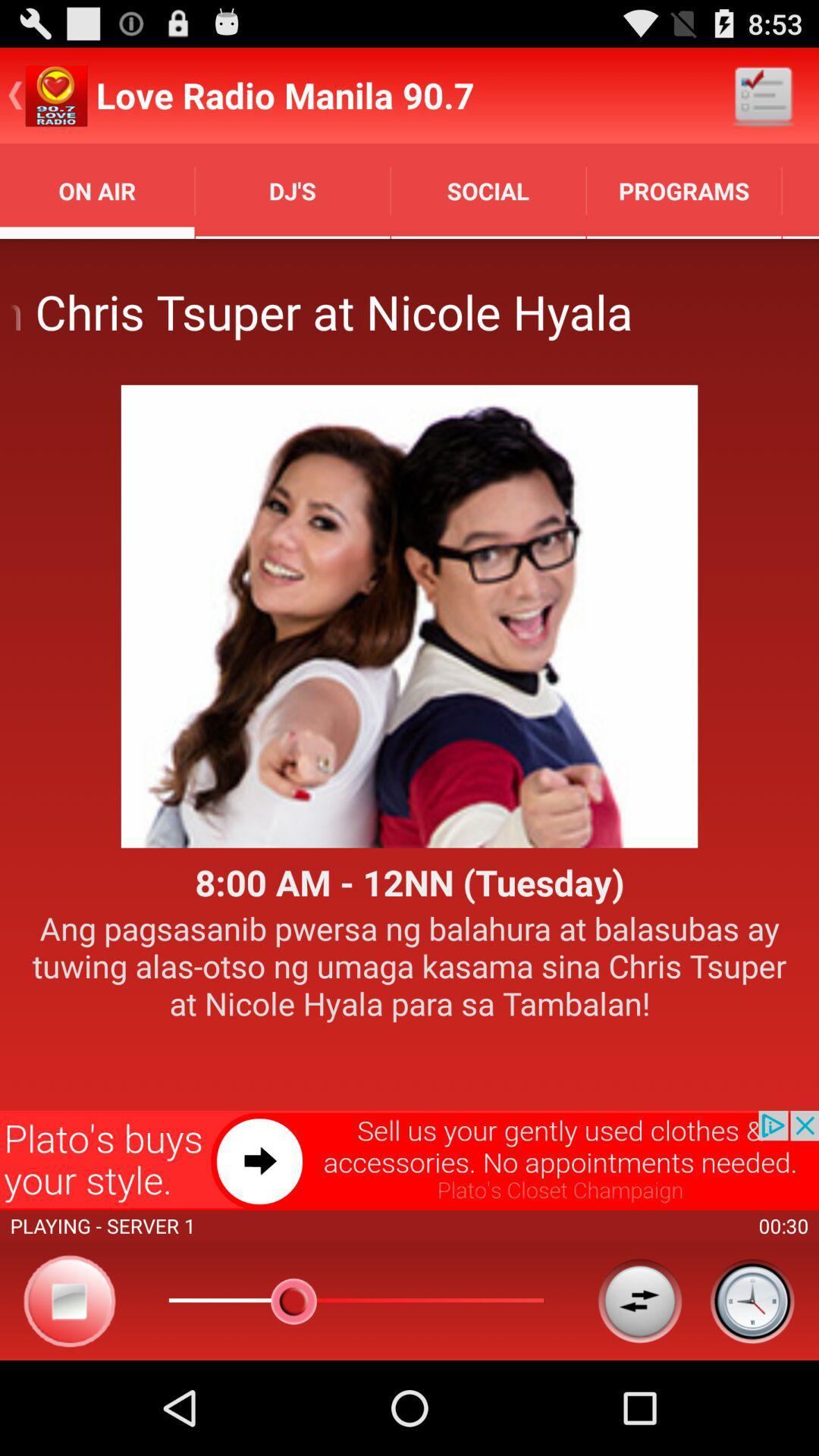 This screenshot has width=819, height=1456. Describe the element at coordinates (639, 1300) in the screenshot. I see `choose option` at that location.